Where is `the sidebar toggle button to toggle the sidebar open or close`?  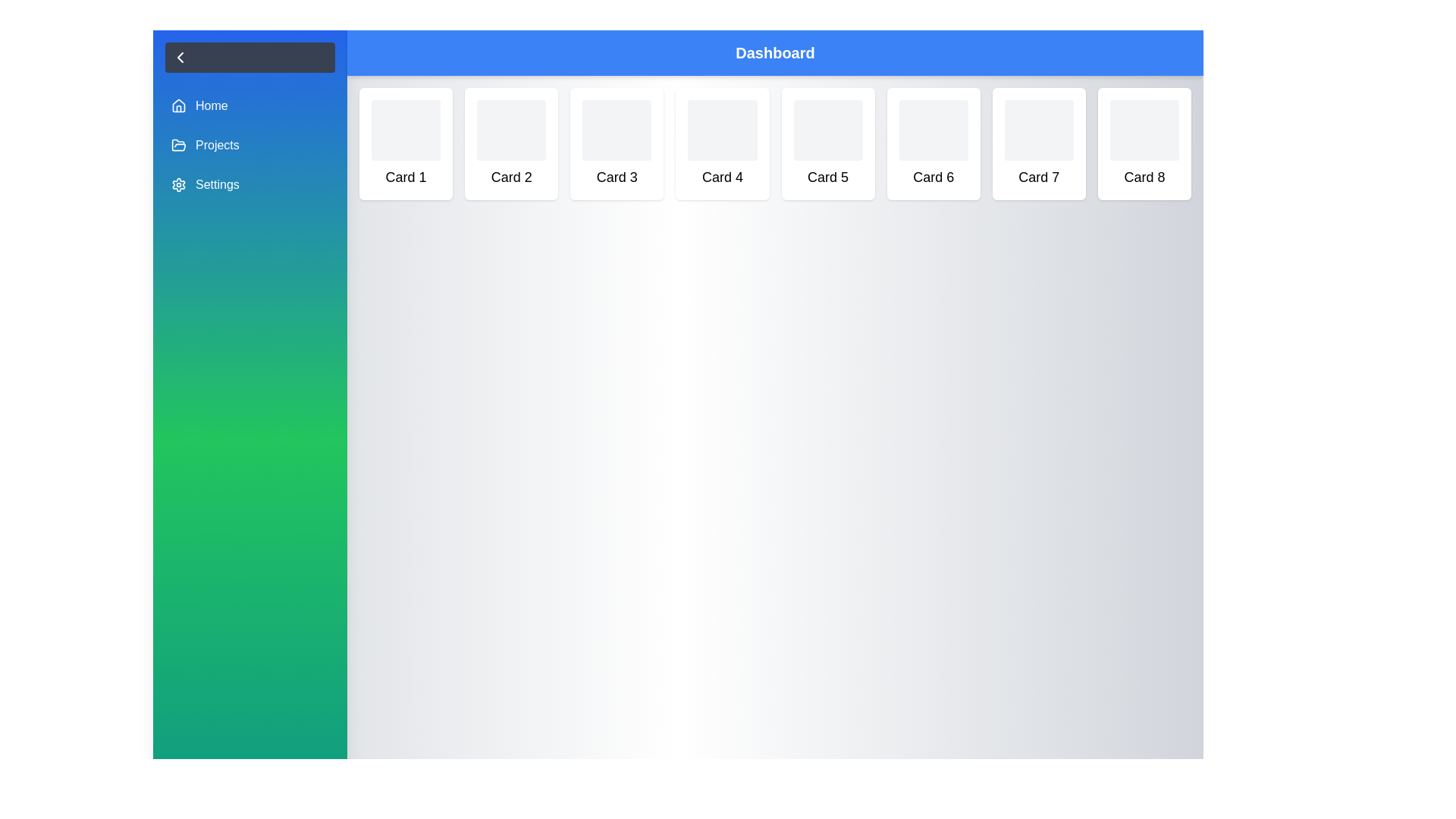 the sidebar toggle button to toggle the sidebar open or close is located at coordinates (250, 57).